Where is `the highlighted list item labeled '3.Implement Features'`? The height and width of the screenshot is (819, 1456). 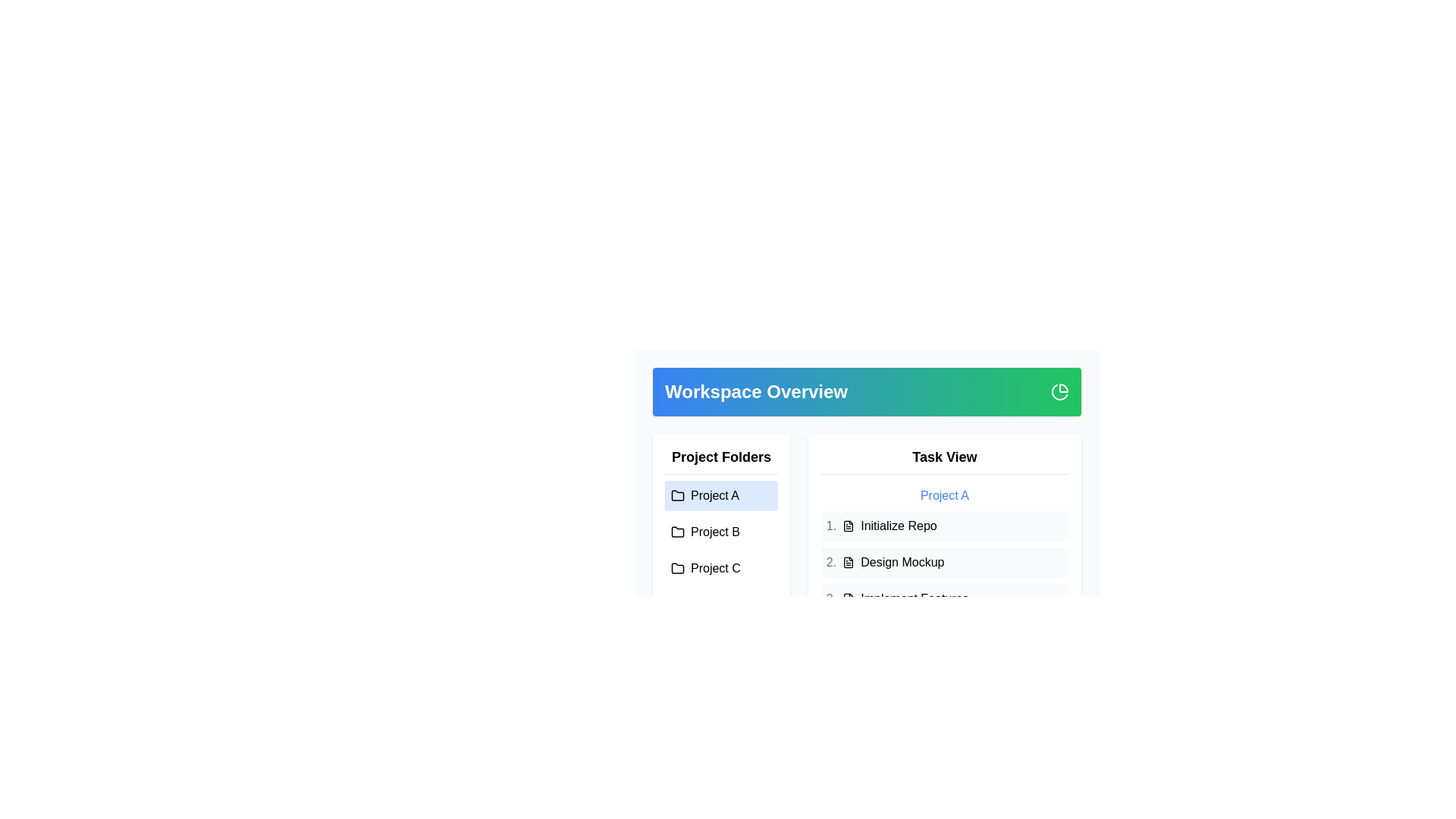 the highlighted list item labeled '3.Implement Features' is located at coordinates (943, 598).